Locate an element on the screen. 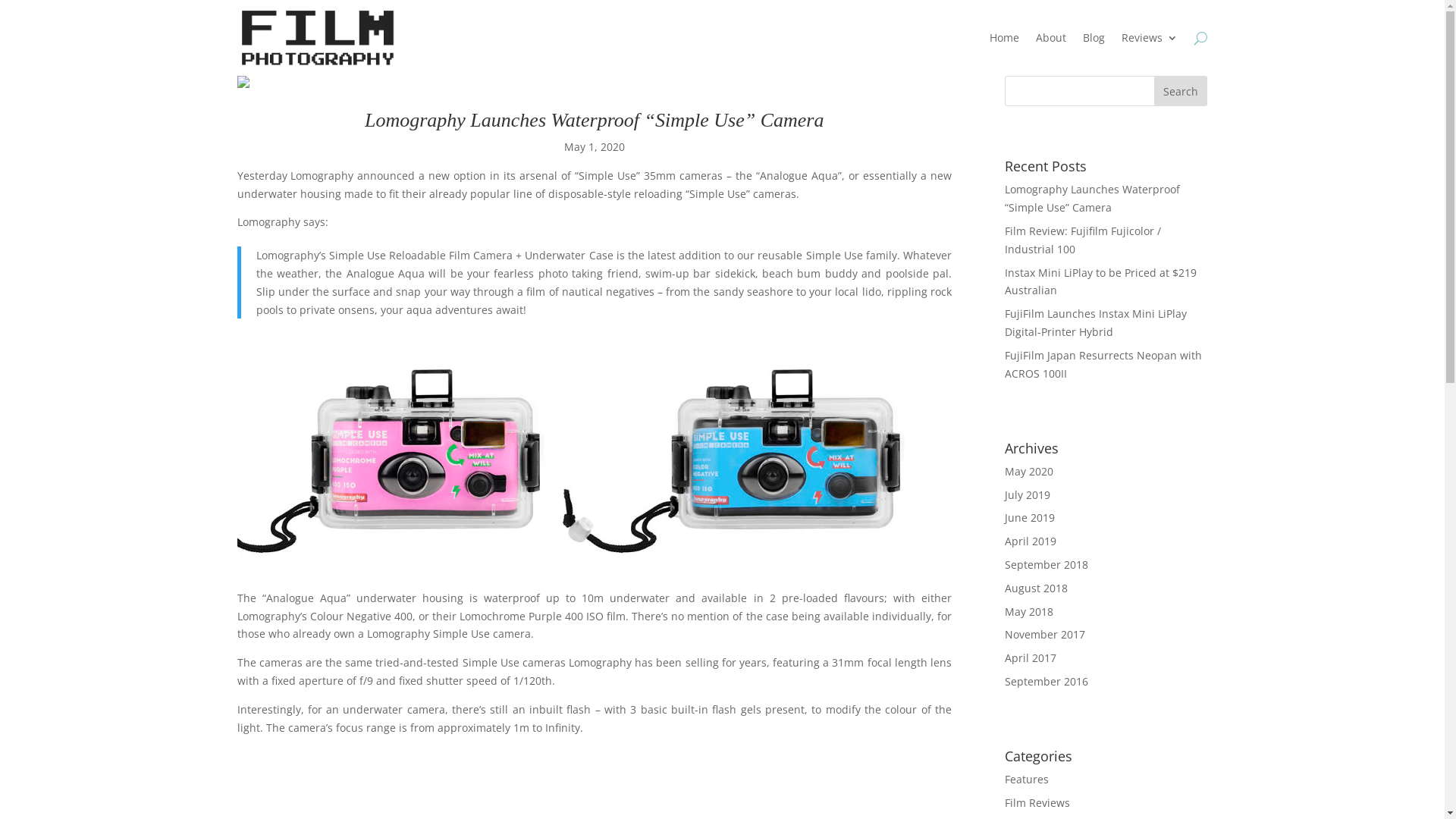 The height and width of the screenshot is (819, 1456). 'September 2018' is located at coordinates (1046, 564).